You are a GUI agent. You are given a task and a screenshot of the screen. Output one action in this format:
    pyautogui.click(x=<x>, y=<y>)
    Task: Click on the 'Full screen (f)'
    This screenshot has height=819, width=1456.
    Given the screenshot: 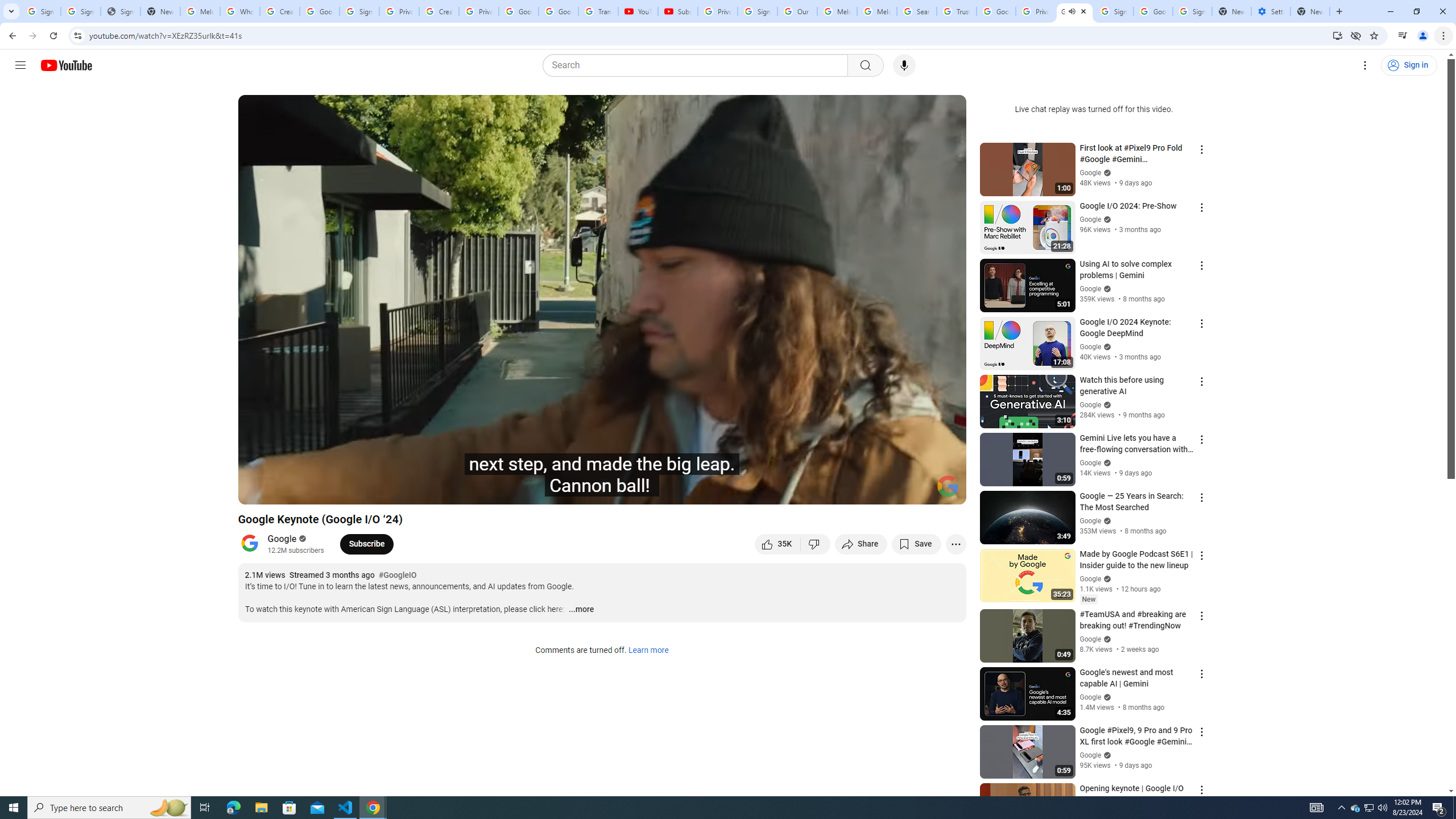 What is the action you would take?
    pyautogui.click(x=945, y=490)
    